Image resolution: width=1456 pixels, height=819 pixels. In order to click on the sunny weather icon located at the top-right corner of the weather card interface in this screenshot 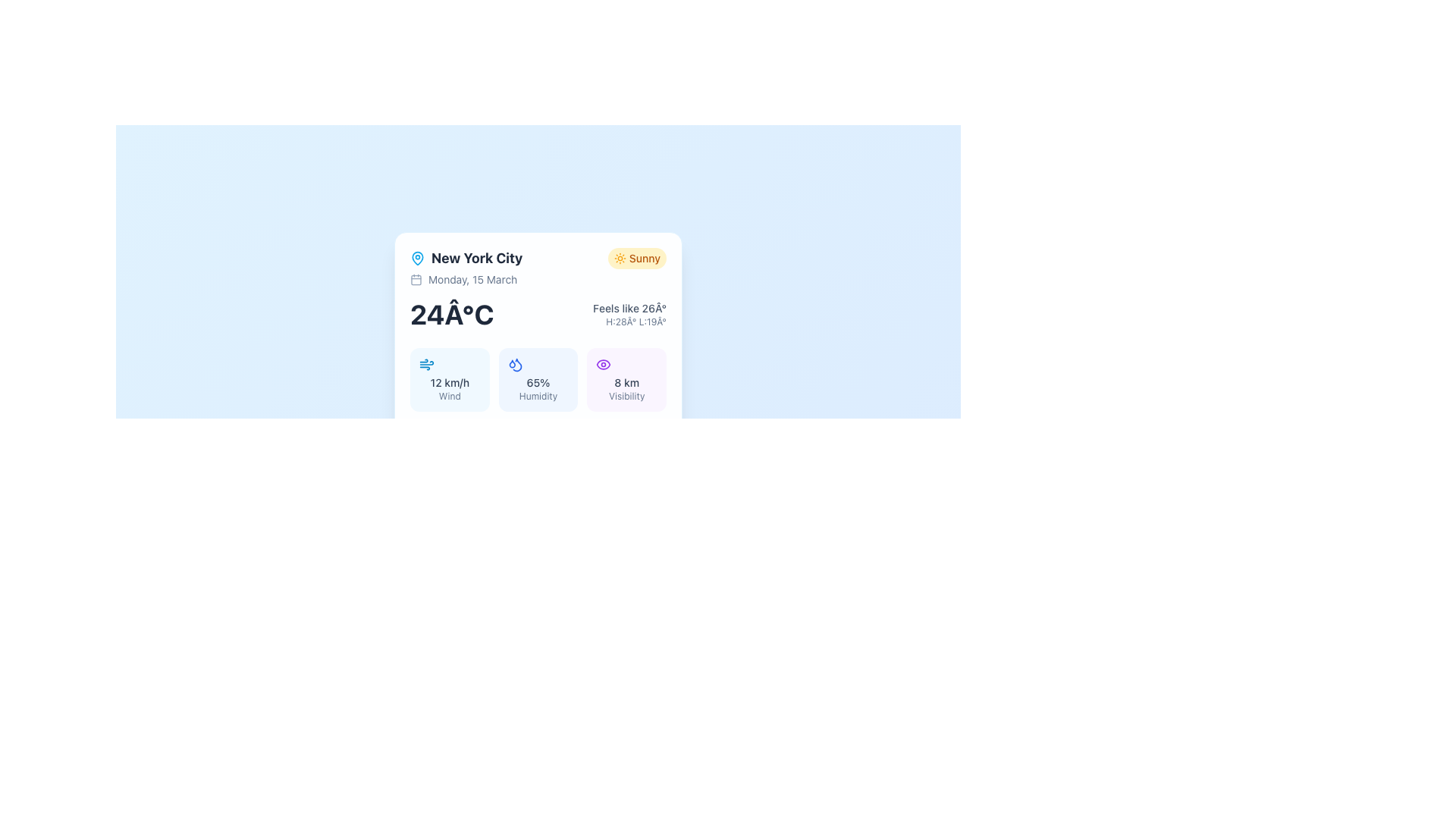, I will do `click(620, 257)`.